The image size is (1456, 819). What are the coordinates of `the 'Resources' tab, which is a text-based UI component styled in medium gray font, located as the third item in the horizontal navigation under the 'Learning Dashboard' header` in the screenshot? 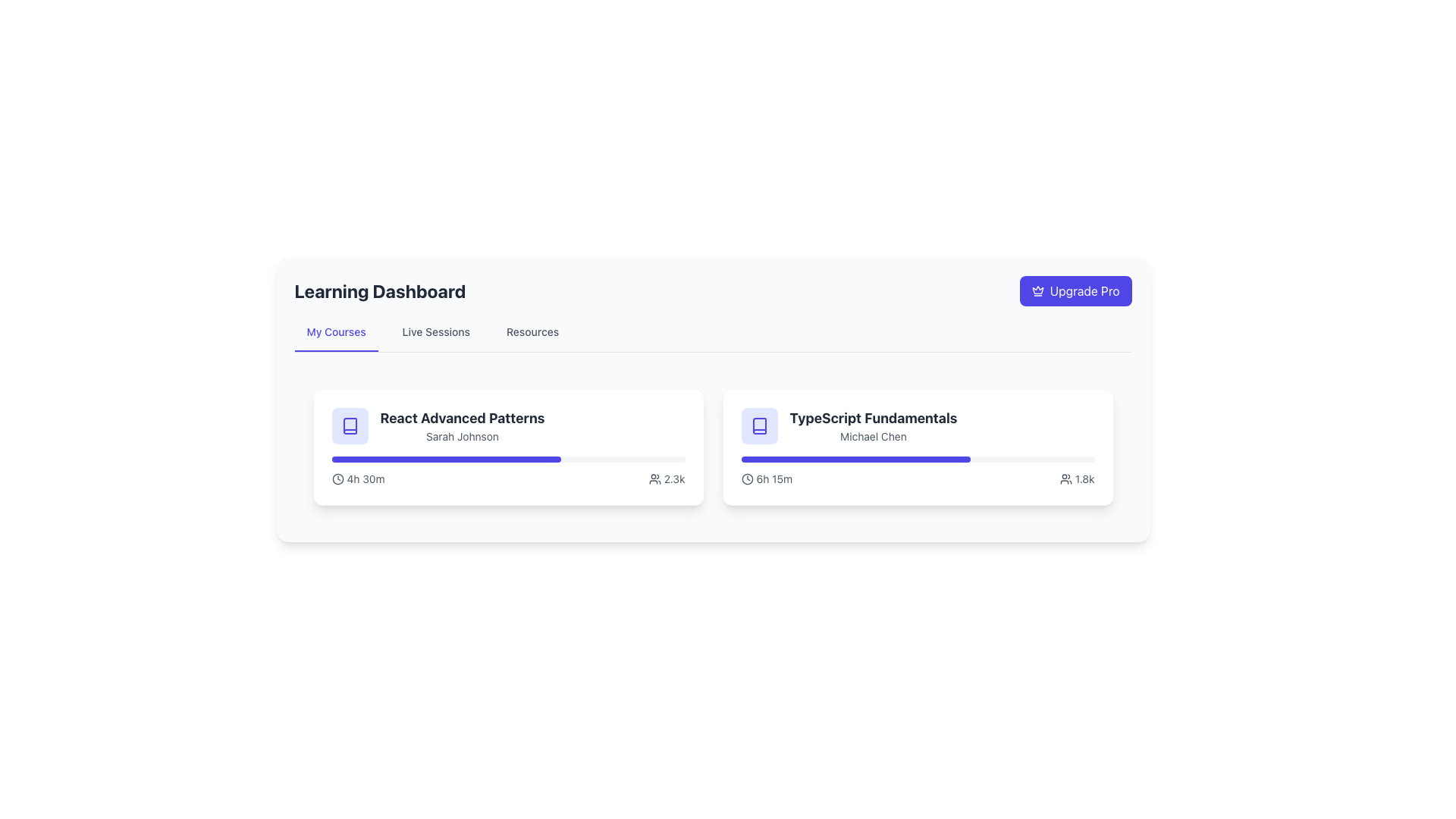 It's located at (532, 337).